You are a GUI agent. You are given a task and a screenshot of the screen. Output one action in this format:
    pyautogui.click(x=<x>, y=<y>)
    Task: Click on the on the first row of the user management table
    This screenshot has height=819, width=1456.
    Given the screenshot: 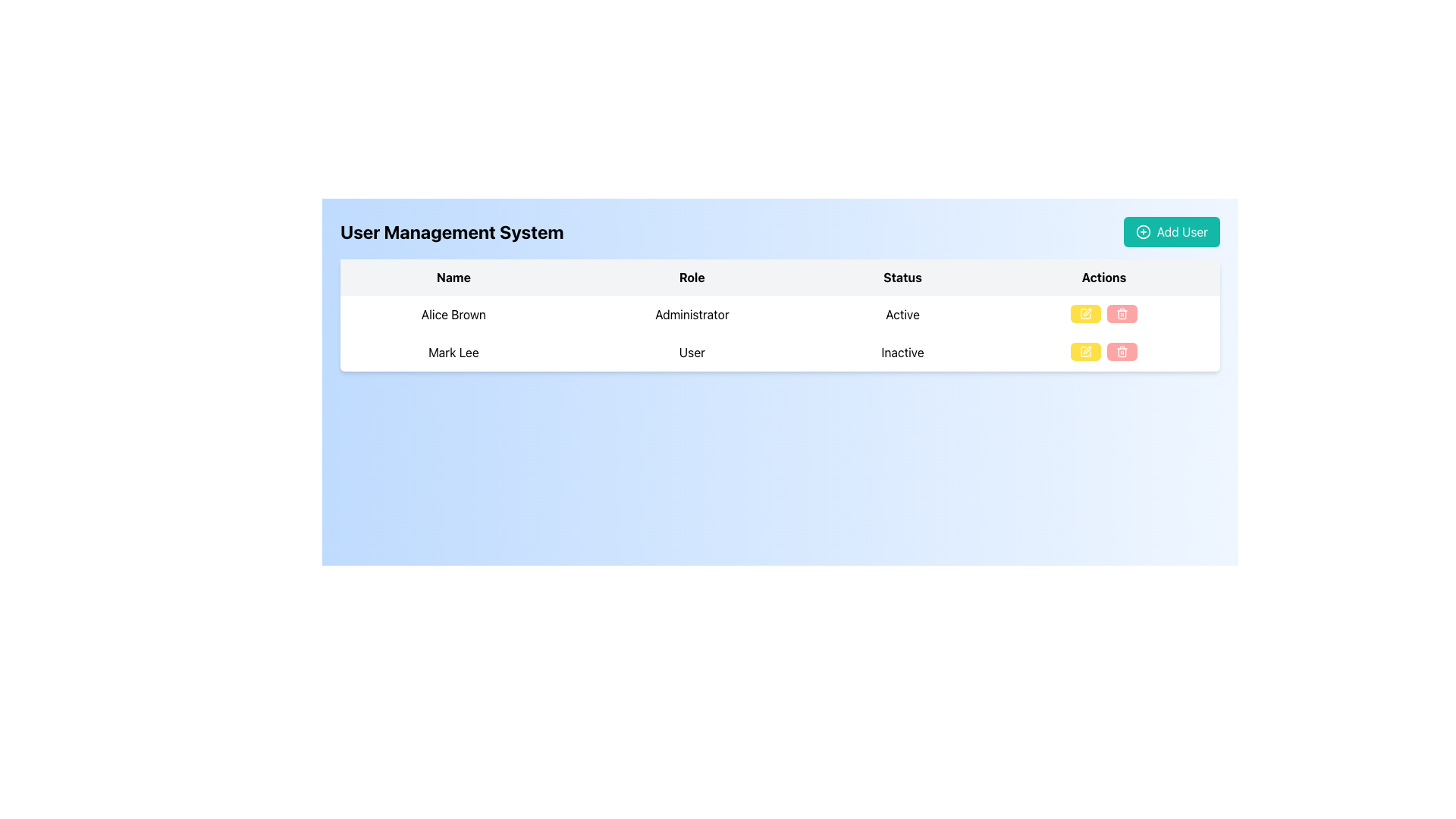 What is the action you would take?
    pyautogui.click(x=780, y=314)
    